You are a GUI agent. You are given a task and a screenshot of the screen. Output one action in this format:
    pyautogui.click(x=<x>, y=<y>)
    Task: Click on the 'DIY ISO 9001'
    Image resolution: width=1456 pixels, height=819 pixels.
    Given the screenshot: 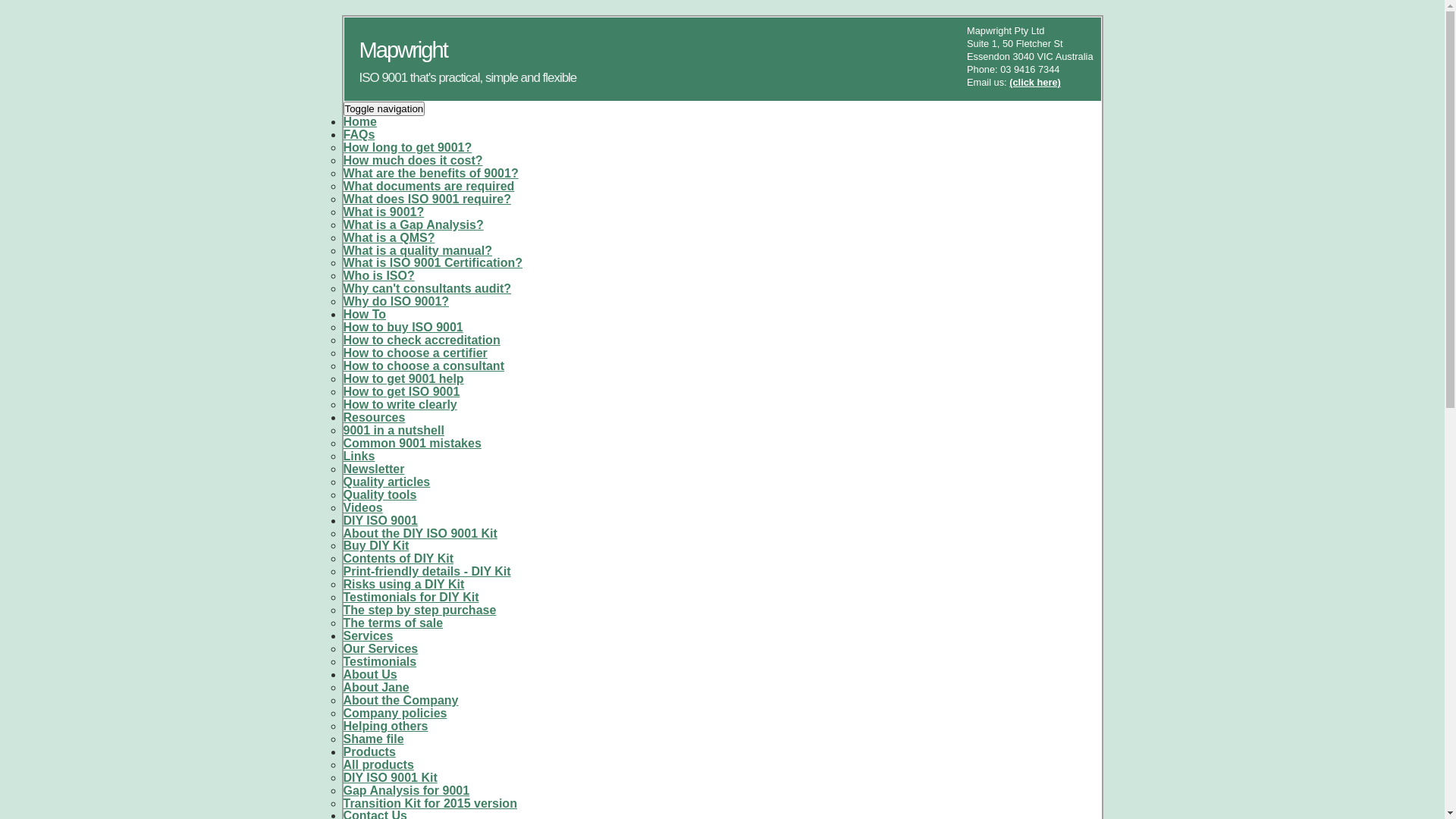 What is the action you would take?
    pyautogui.click(x=379, y=519)
    